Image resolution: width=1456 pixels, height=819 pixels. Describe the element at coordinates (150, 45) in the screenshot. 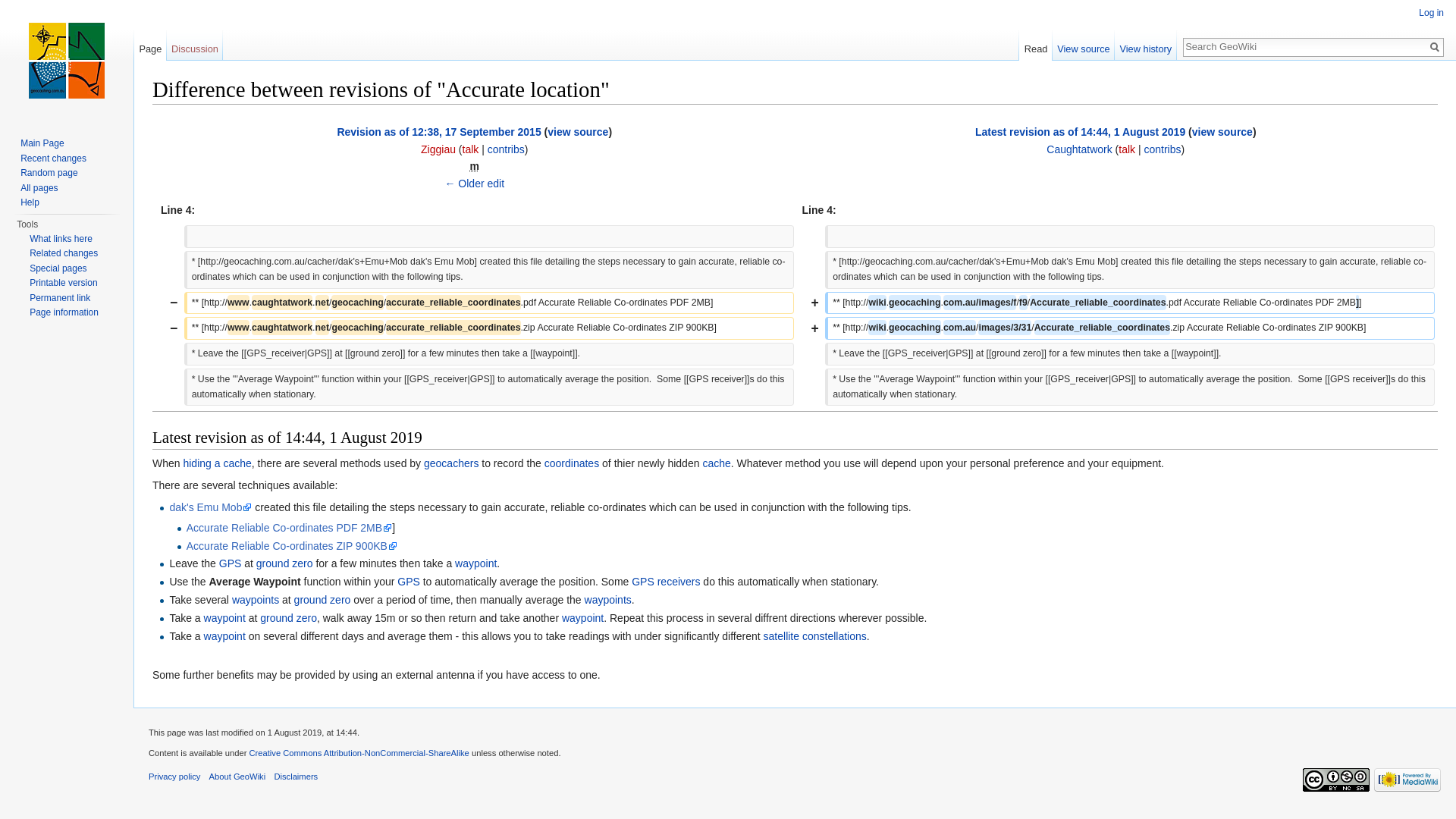

I see `'Page'` at that location.